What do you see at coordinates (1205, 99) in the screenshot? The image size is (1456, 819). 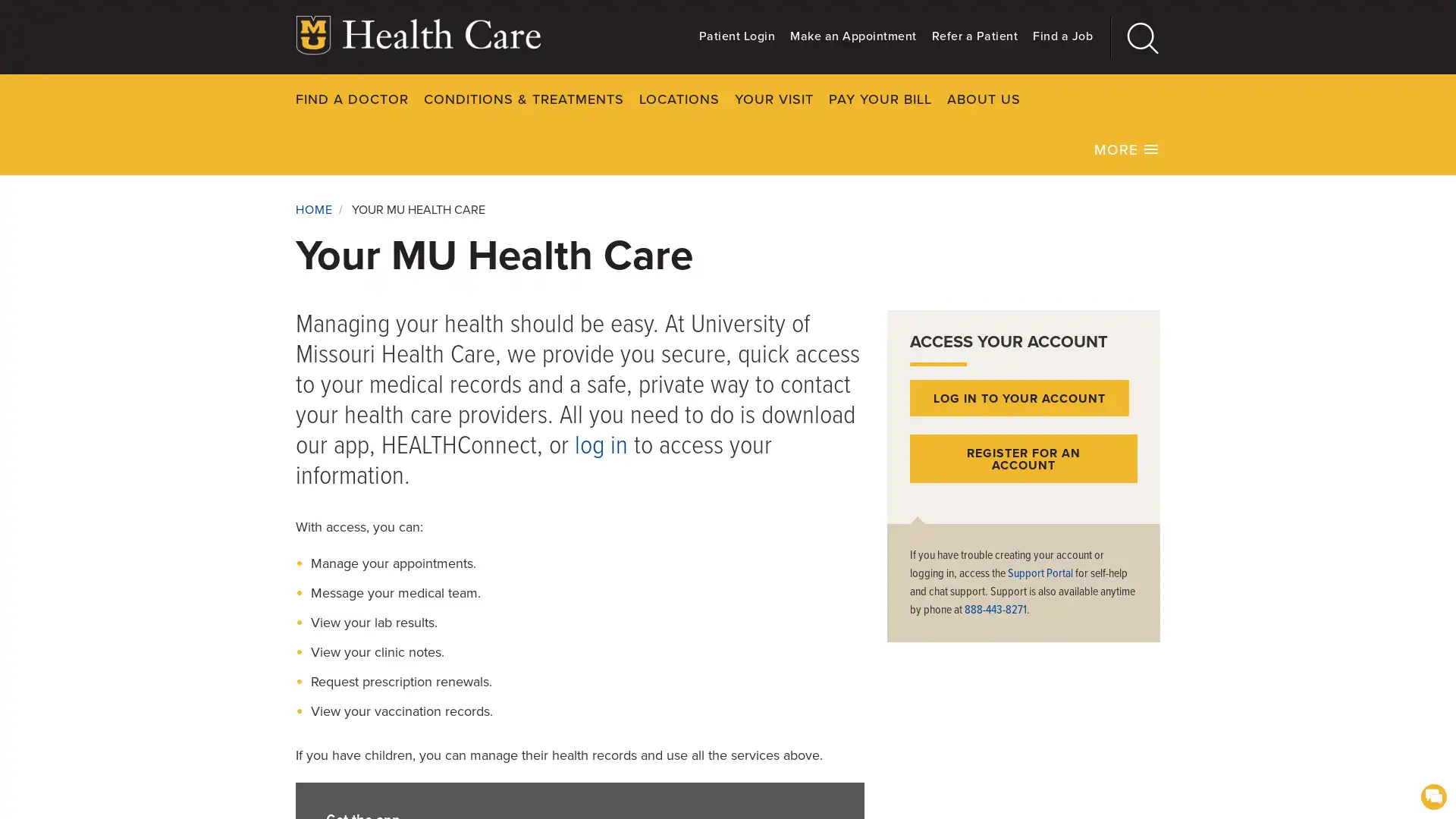 I see `CLOSE` at bounding box center [1205, 99].